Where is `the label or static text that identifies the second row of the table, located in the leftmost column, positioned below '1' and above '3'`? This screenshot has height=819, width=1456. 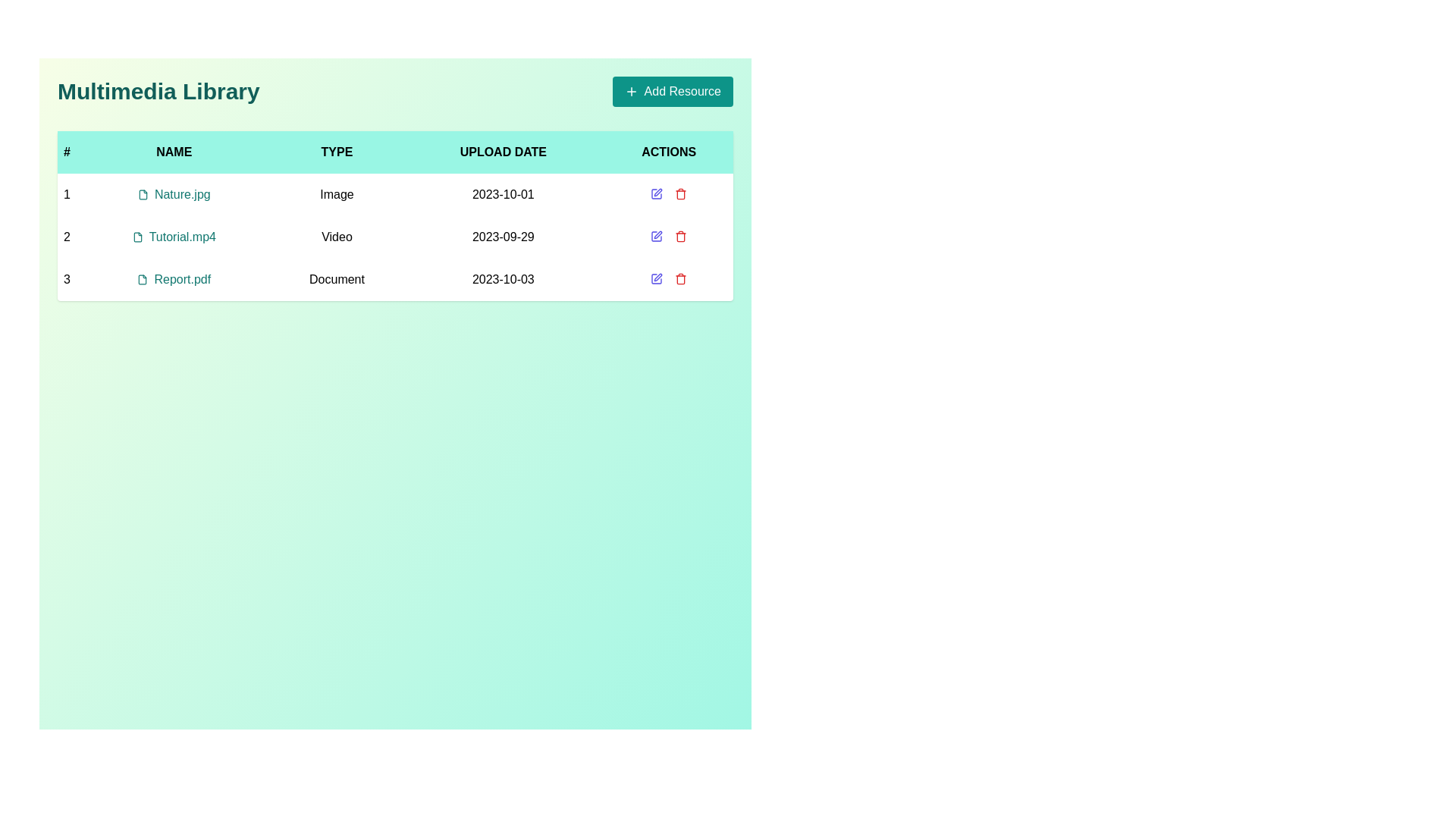 the label or static text that identifies the second row of the table, located in the leftmost column, positioned below '1' and above '3' is located at coordinates (66, 237).